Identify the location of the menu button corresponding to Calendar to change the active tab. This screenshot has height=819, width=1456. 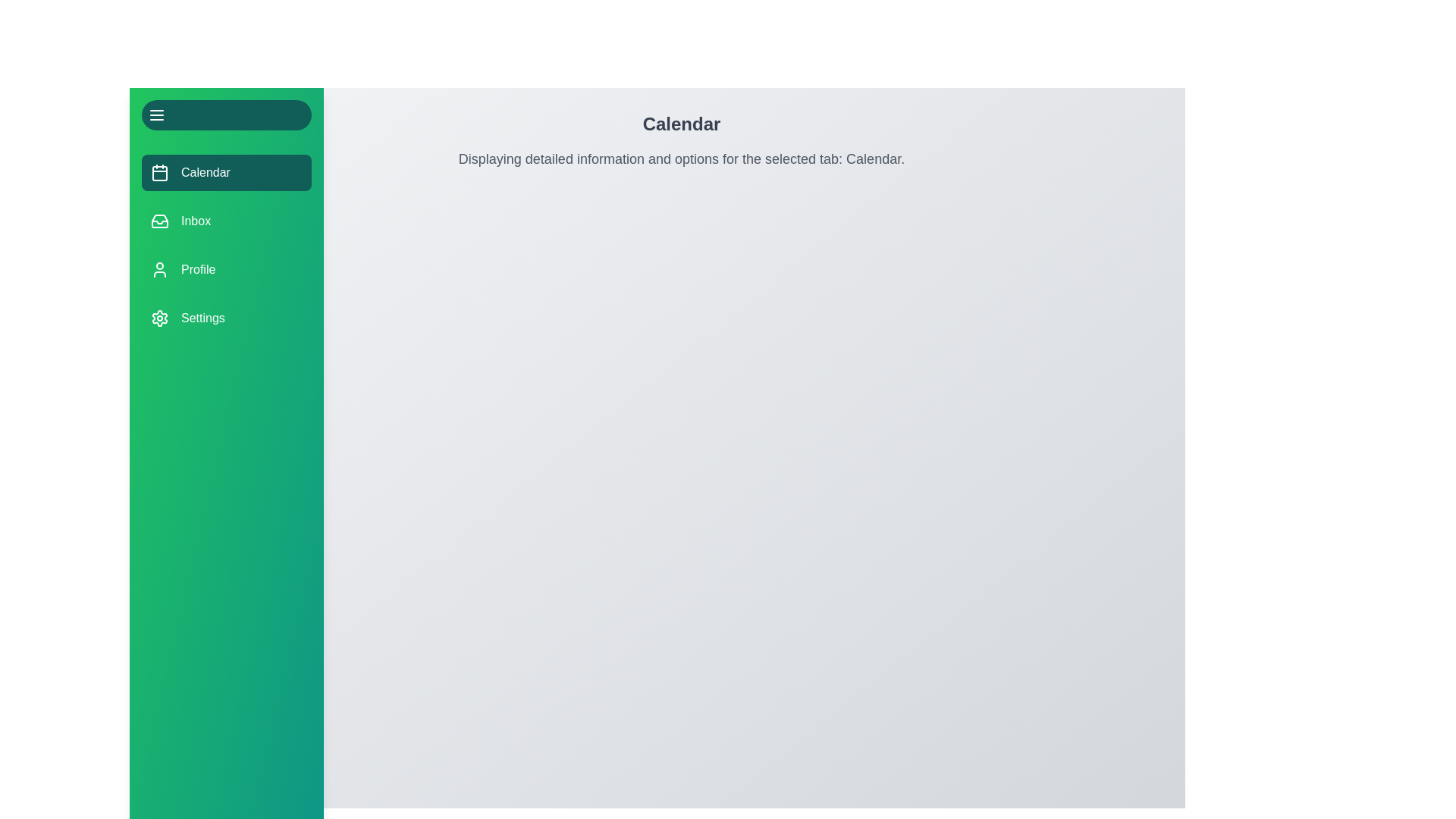
(225, 171).